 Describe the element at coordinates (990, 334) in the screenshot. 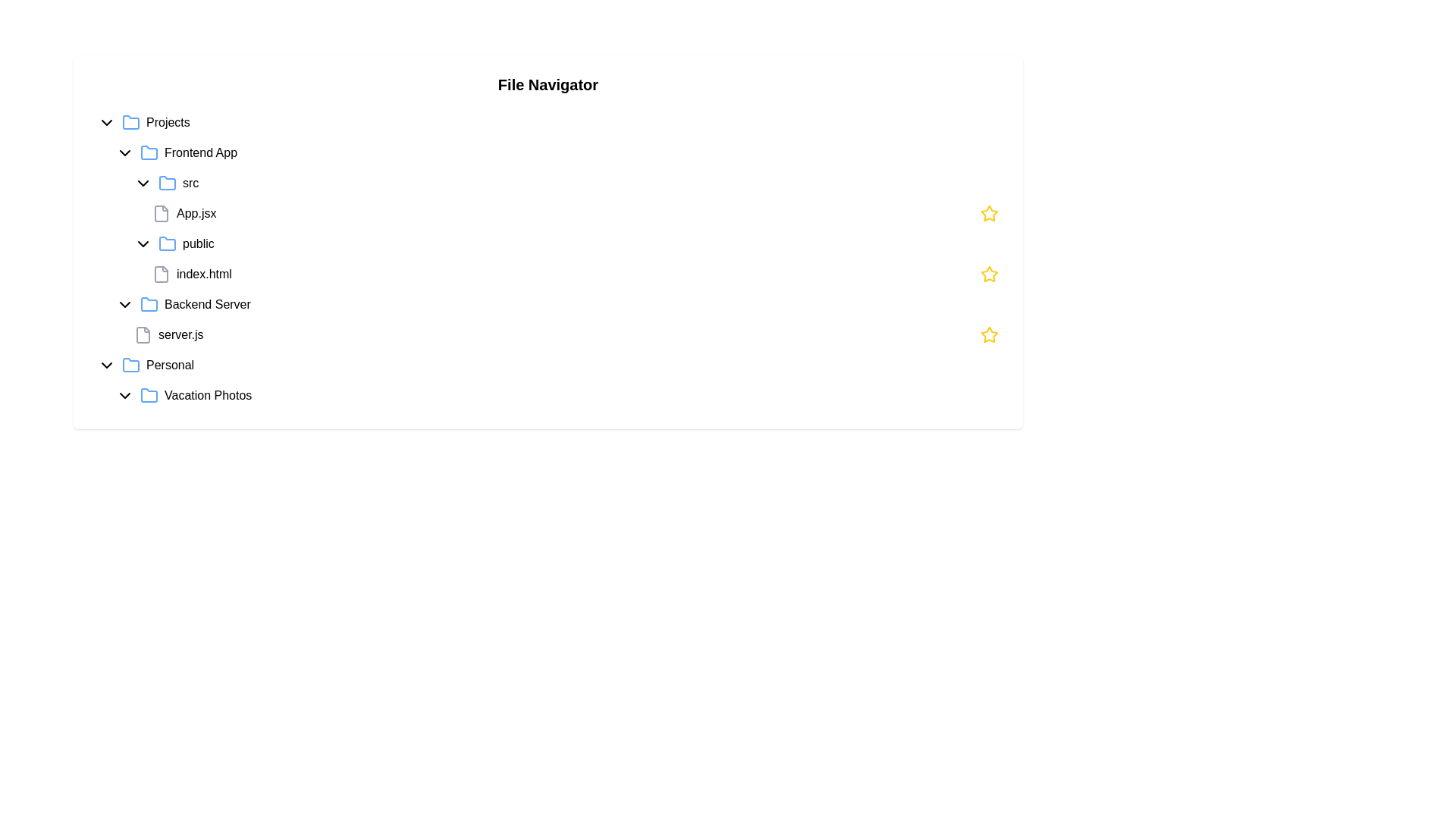

I see `the third icon from the top in the file navigator, located to the right of the 'index.html' file entry` at that location.